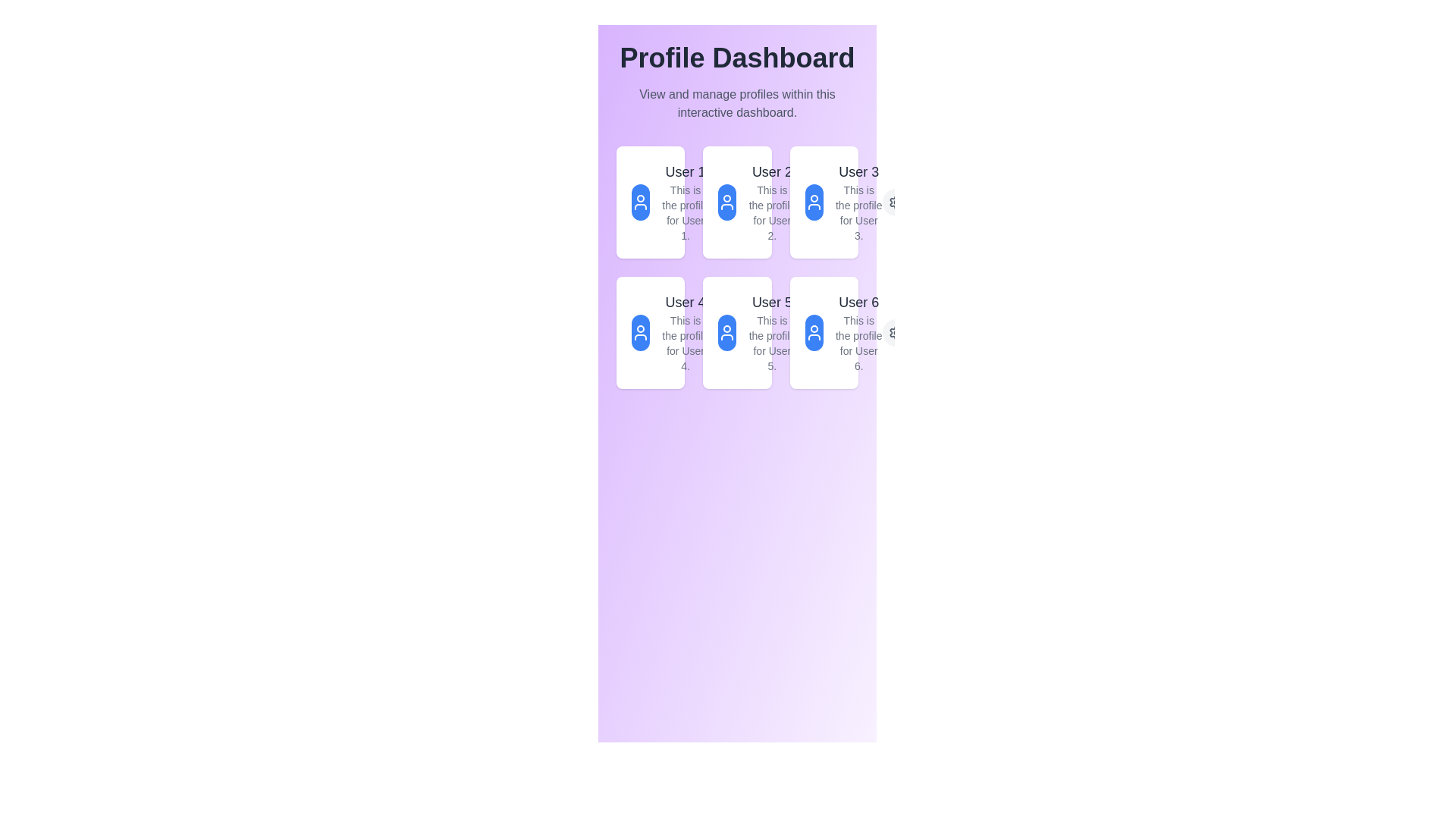 The width and height of the screenshot is (1456, 819). What do you see at coordinates (726, 332) in the screenshot?
I see `the circular icon with a blue background and white user profile symbol located in the card labeled 'User 5' in the second row, second column of the grid layout` at bounding box center [726, 332].